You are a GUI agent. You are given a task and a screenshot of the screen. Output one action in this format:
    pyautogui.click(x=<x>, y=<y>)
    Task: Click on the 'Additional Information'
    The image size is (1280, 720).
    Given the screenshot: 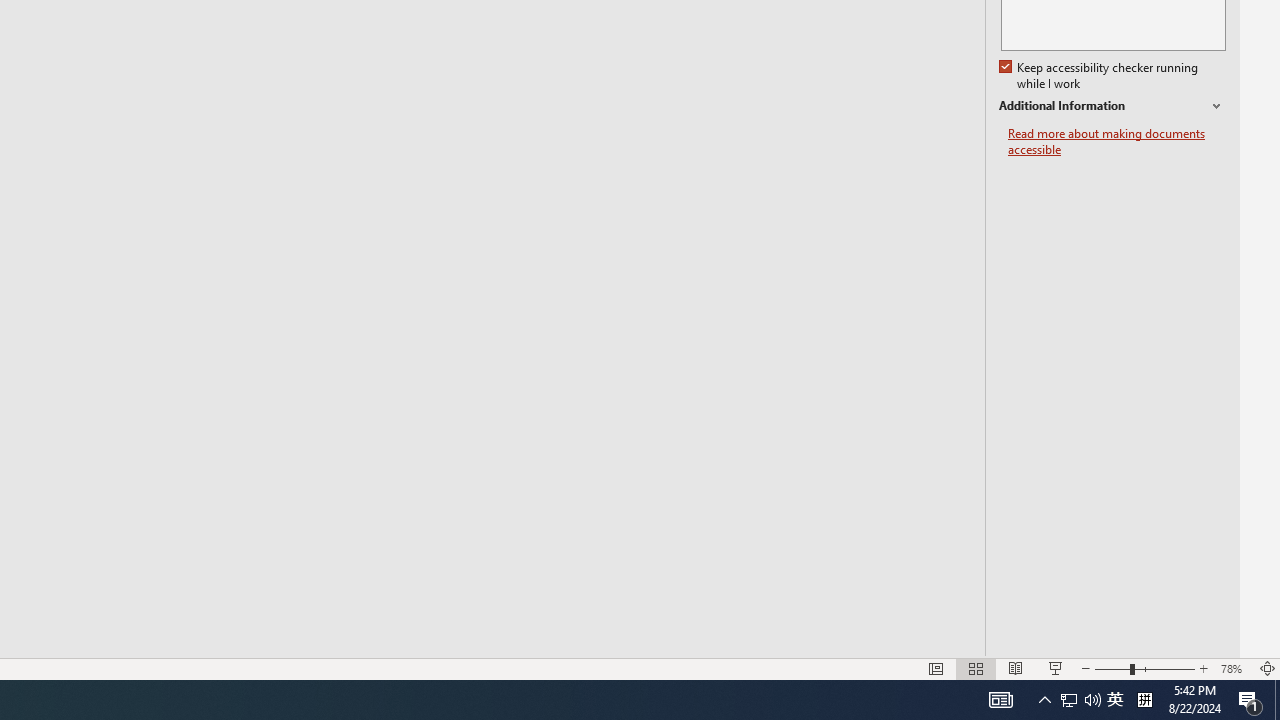 What is the action you would take?
    pyautogui.click(x=1111, y=106)
    